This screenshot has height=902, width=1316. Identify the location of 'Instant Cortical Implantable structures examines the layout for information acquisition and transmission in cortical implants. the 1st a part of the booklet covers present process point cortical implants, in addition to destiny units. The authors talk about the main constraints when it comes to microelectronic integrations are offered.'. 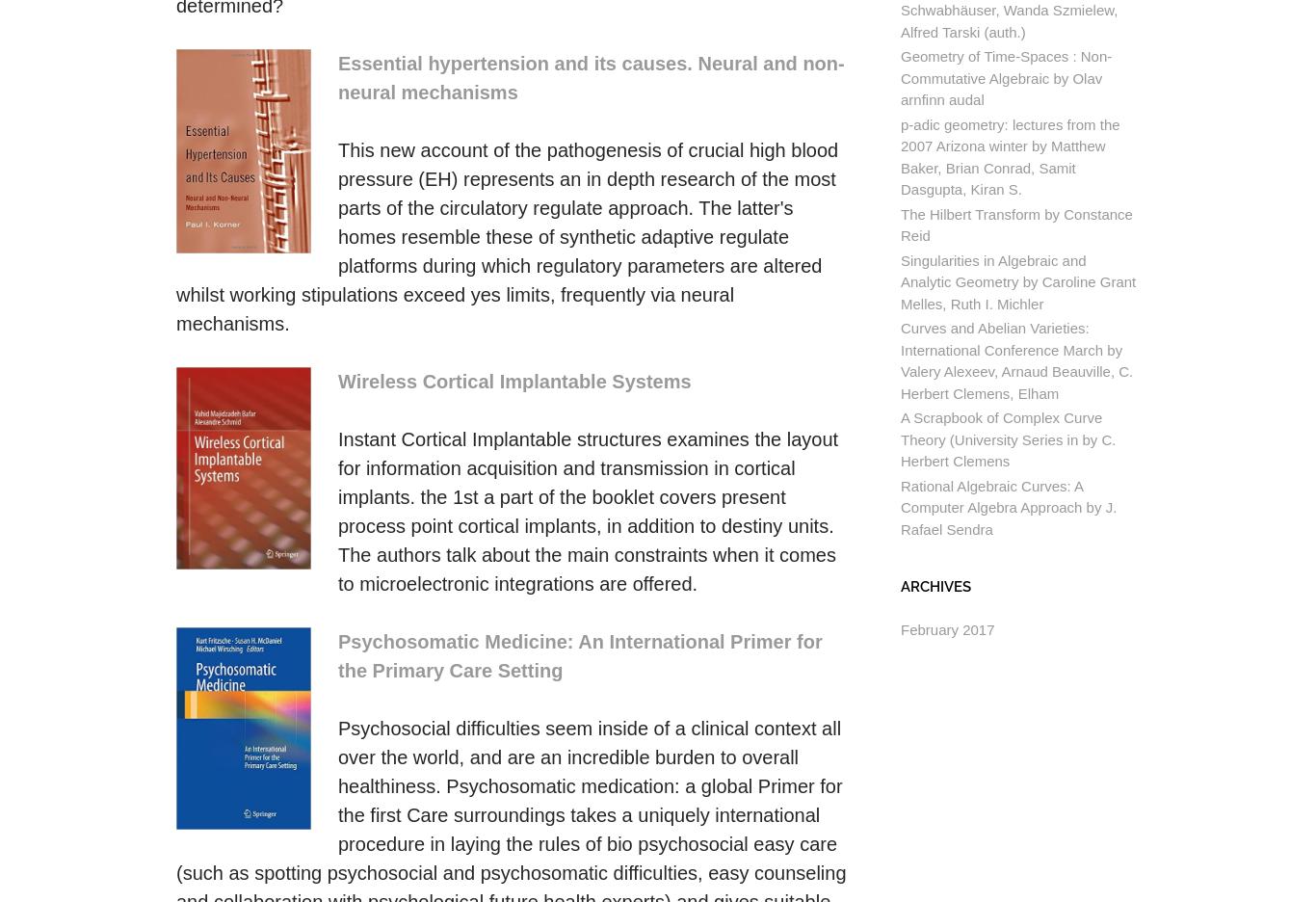
(587, 511).